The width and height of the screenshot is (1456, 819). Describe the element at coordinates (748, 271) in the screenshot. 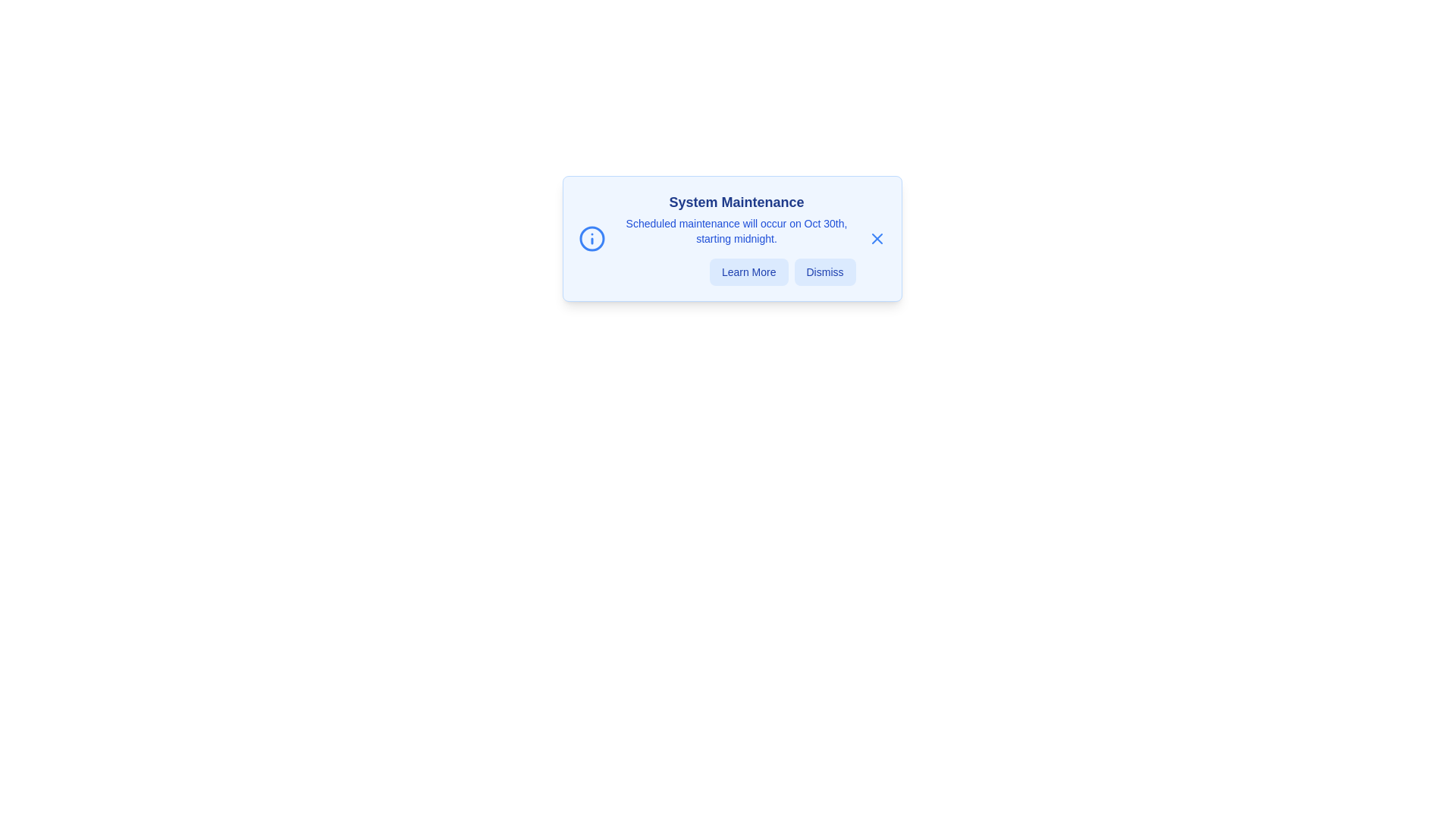

I see `the button positioned to the left of the 'Dismiss' button` at that location.